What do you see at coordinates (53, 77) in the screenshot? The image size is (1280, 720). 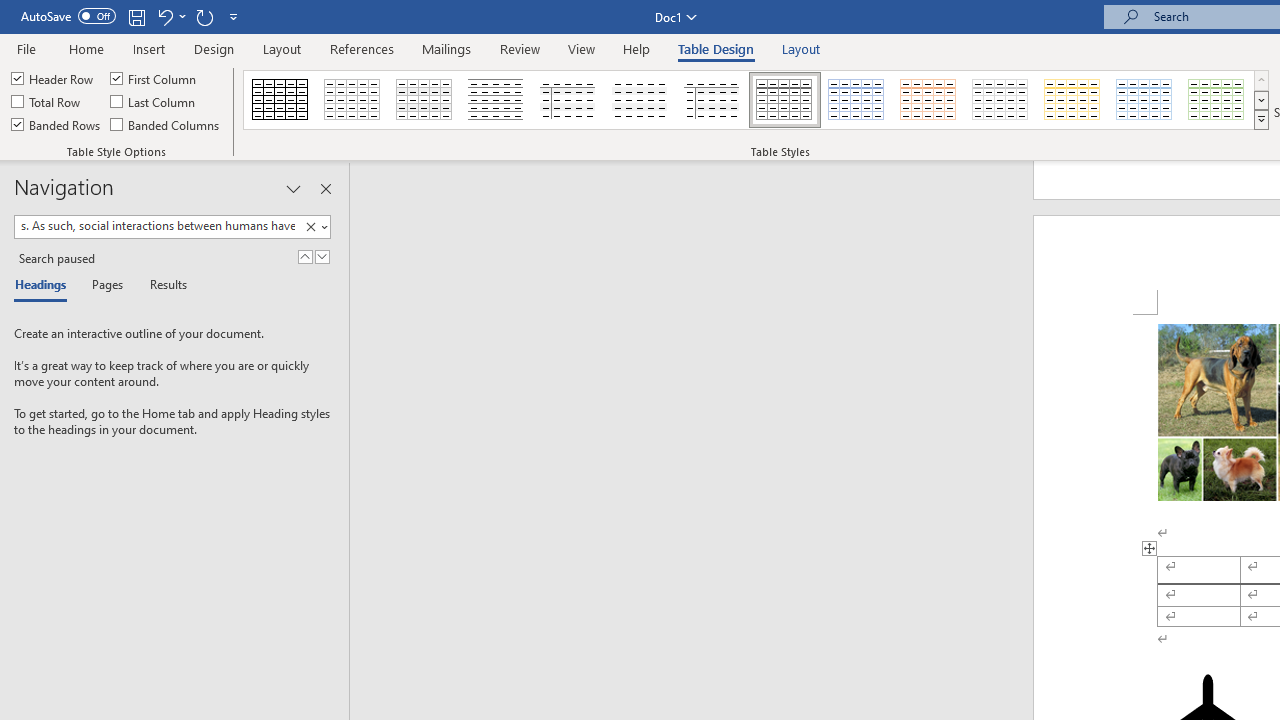 I see `'Header Row'` at bounding box center [53, 77].